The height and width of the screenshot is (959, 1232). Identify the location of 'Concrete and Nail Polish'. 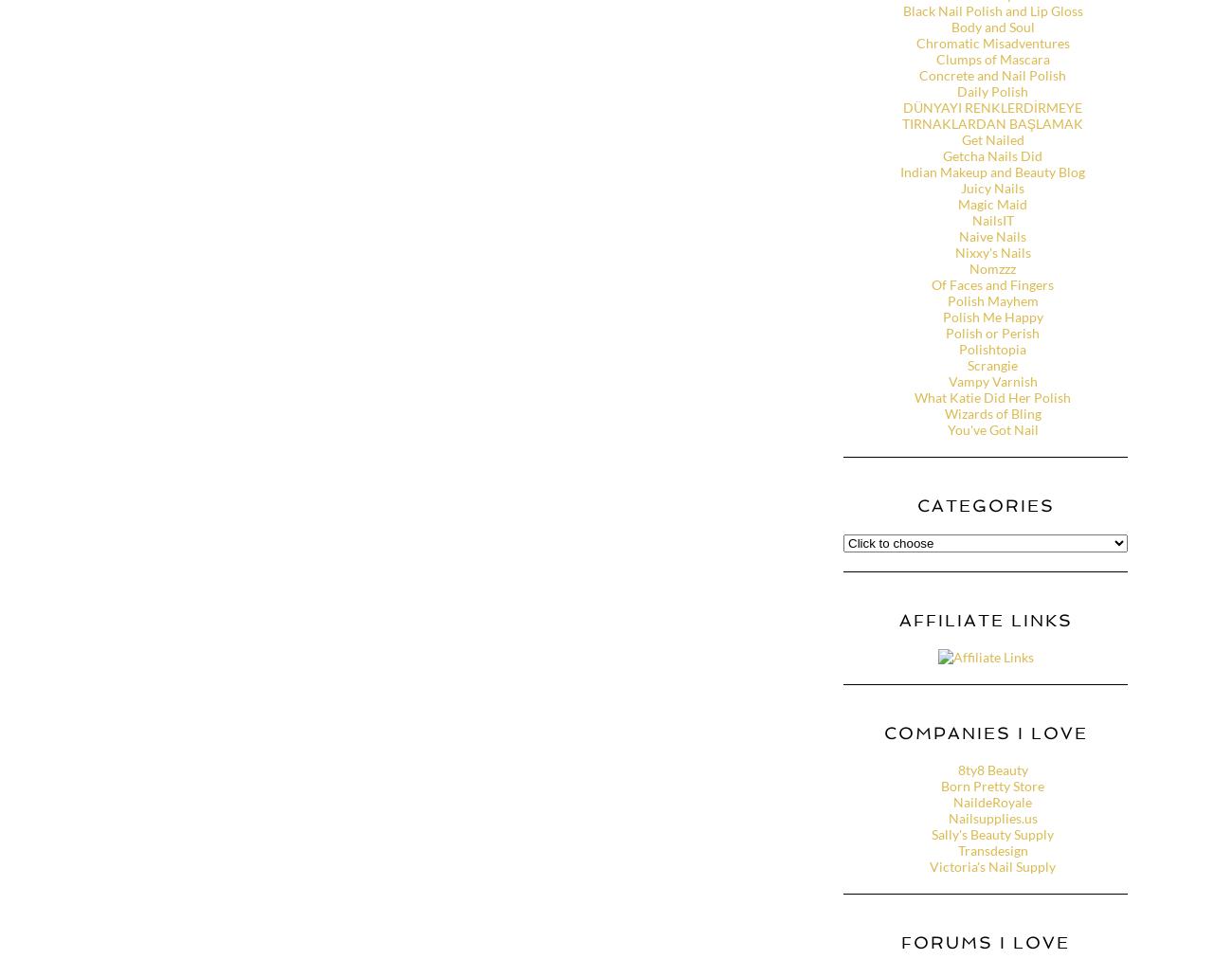
(919, 74).